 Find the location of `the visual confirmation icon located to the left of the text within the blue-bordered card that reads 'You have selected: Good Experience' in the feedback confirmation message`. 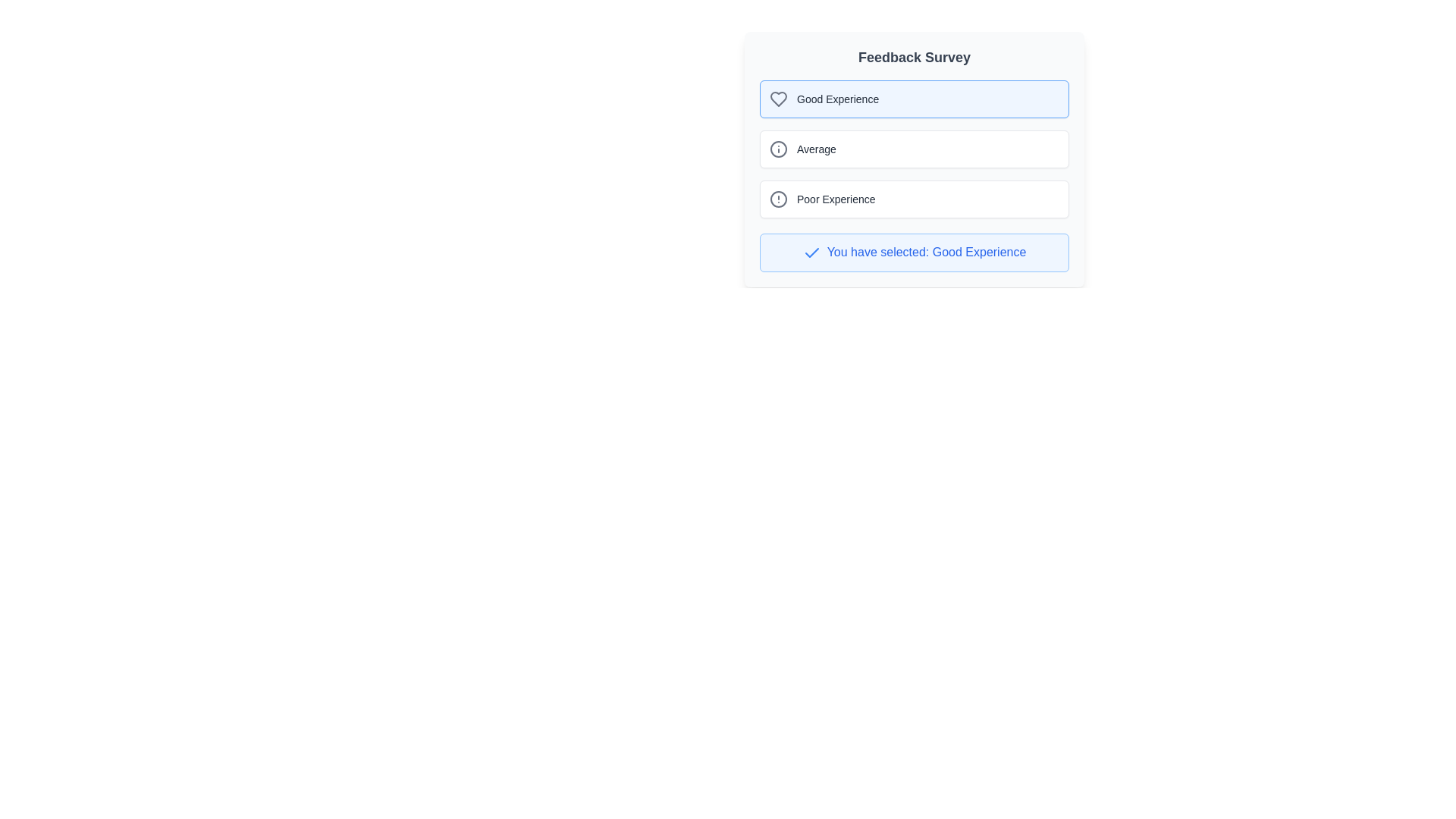

the visual confirmation icon located to the left of the text within the blue-bordered card that reads 'You have selected: Good Experience' in the feedback confirmation message is located at coordinates (811, 252).